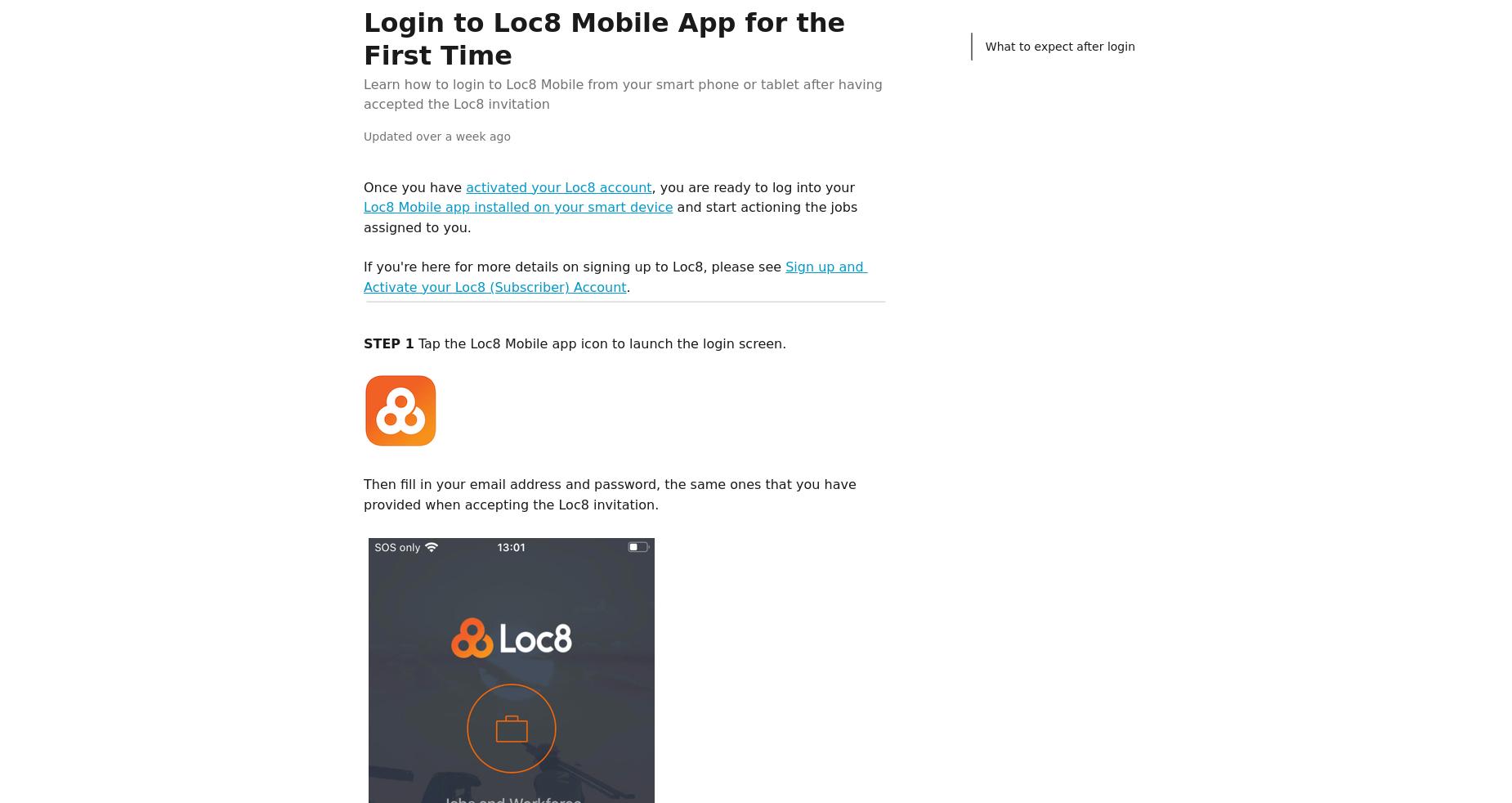  What do you see at coordinates (558, 186) in the screenshot?
I see `'activated your Loc8 account'` at bounding box center [558, 186].